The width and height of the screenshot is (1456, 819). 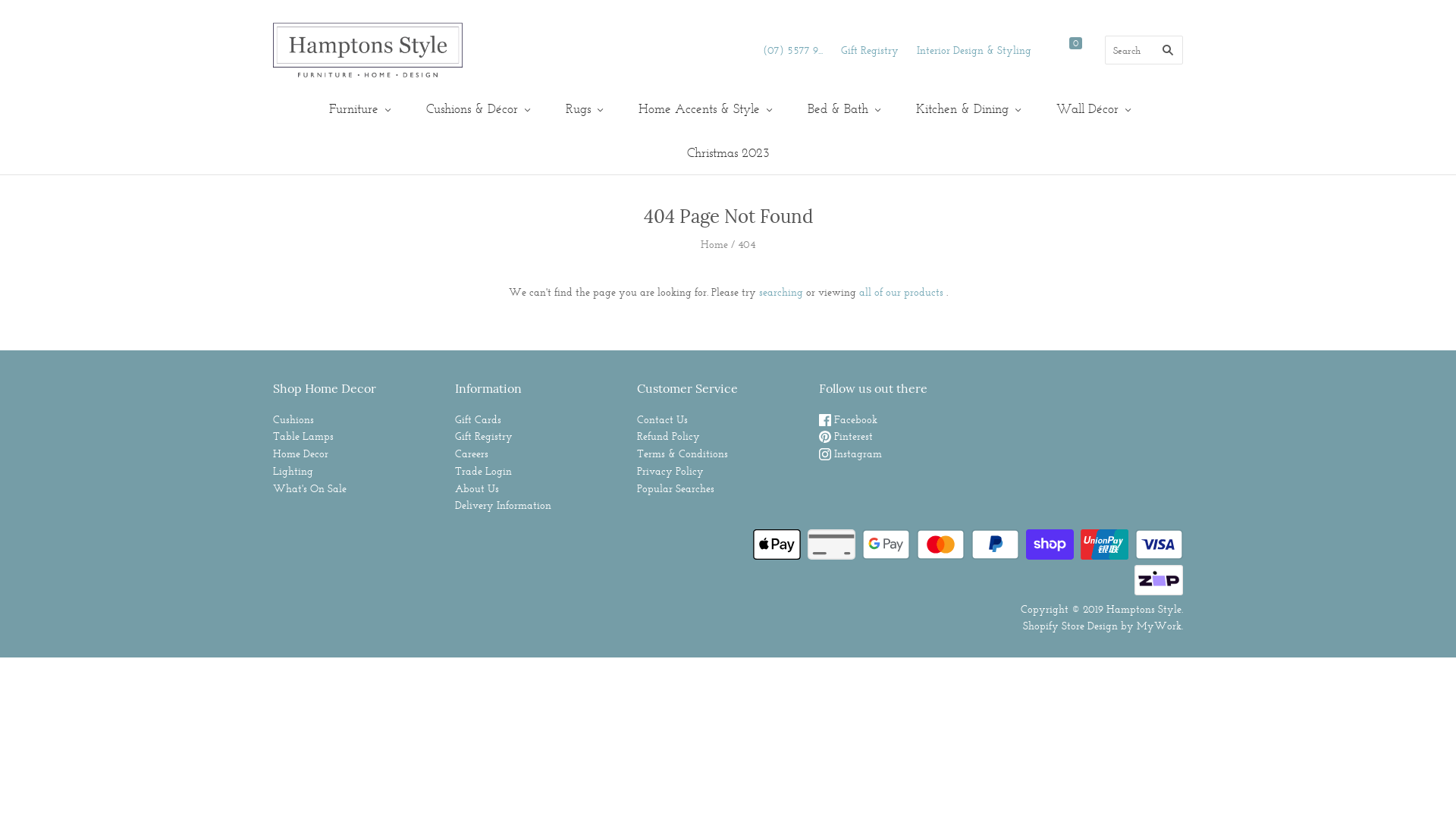 What do you see at coordinates (471, 452) in the screenshot?
I see `'Careers'` at bounding box center [471, 452].